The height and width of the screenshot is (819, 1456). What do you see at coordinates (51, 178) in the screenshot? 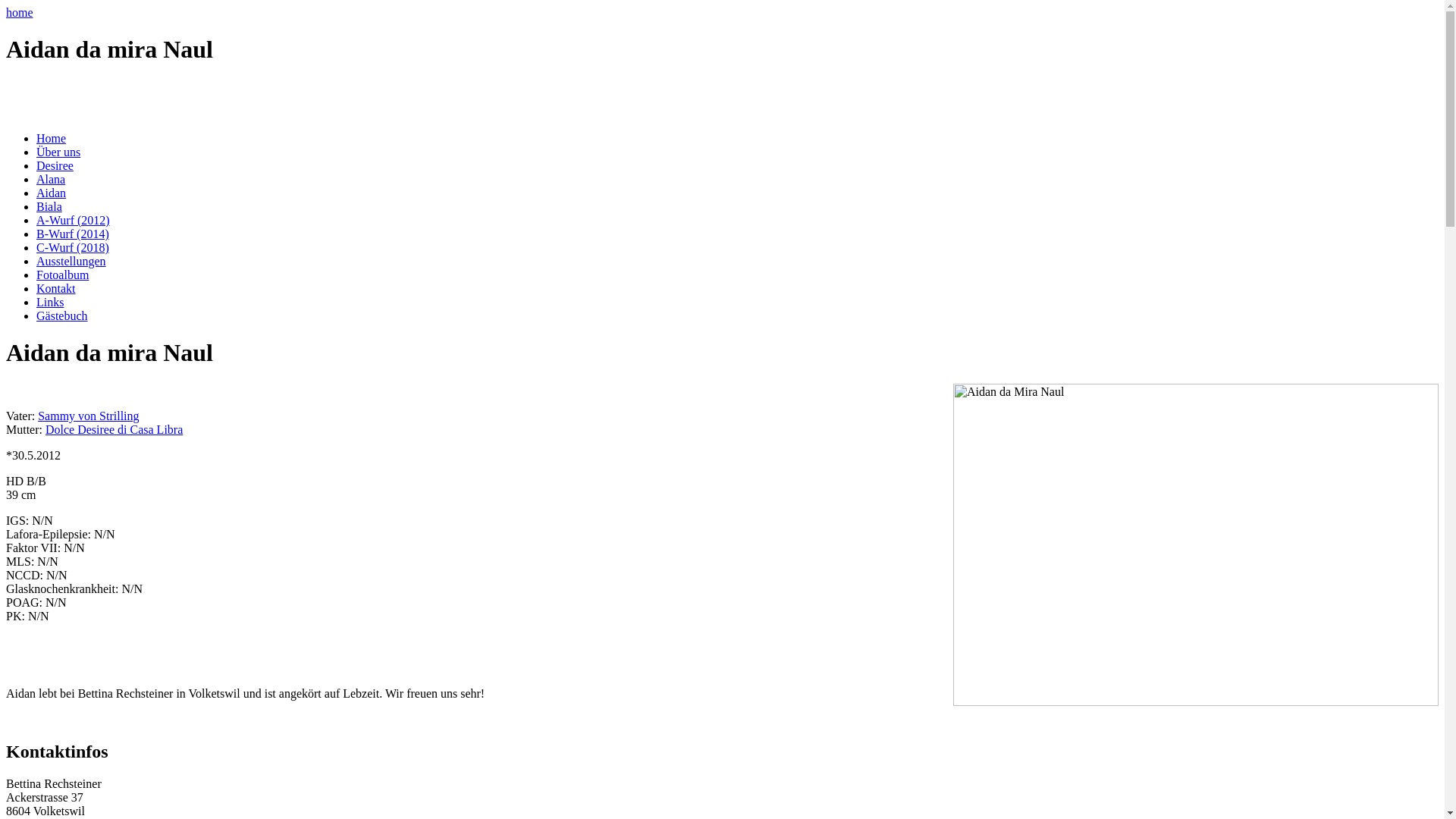
I see `'Alana'` at bounding box center [51, 178].